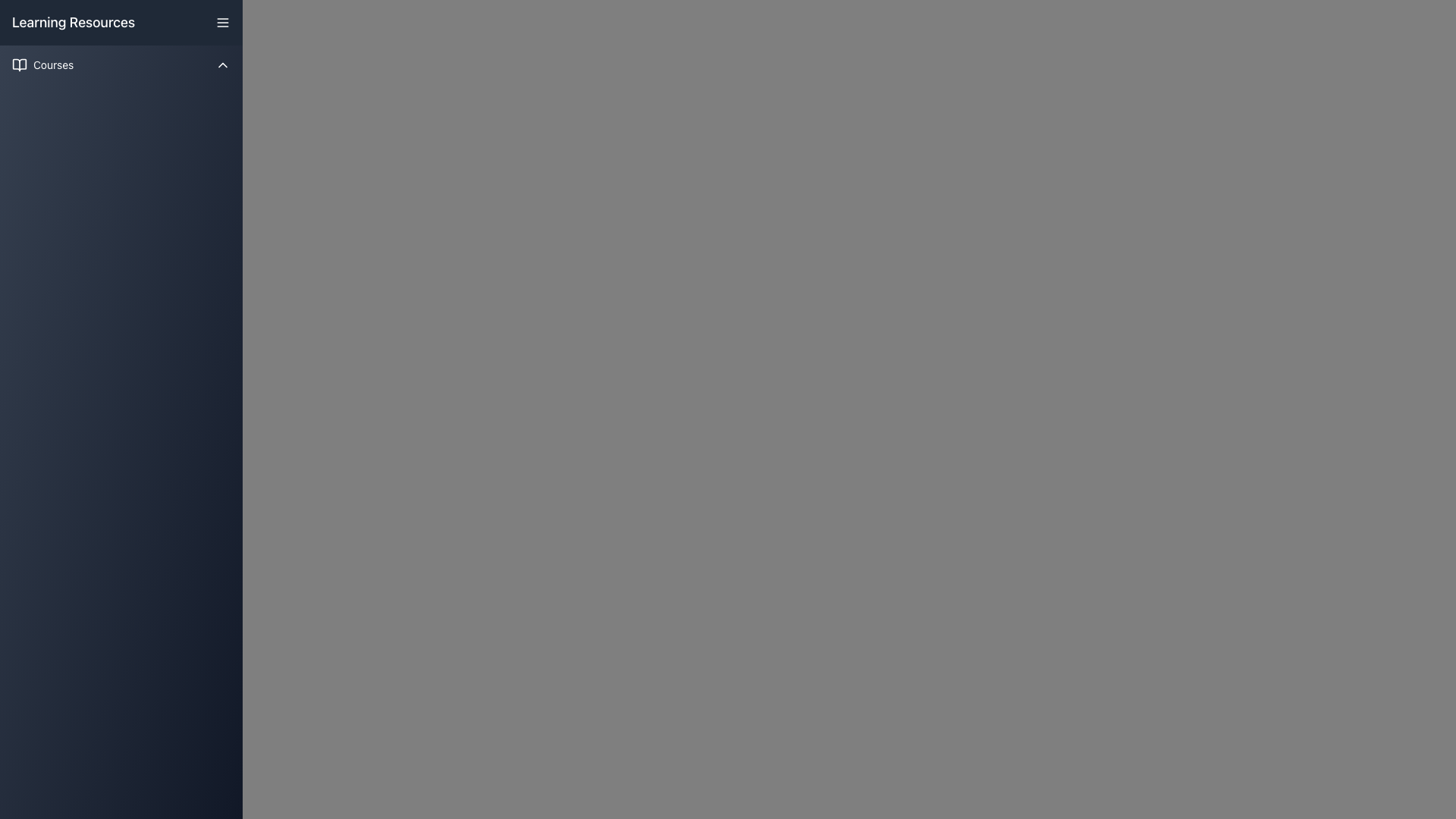 Image resolution: width=1456 pixels, height=819 pixels. Describe the element at coordinates (221, 64) in the screenshot. I see `the upward-pointing chevron icon located in the 'Courses' section` at that location.